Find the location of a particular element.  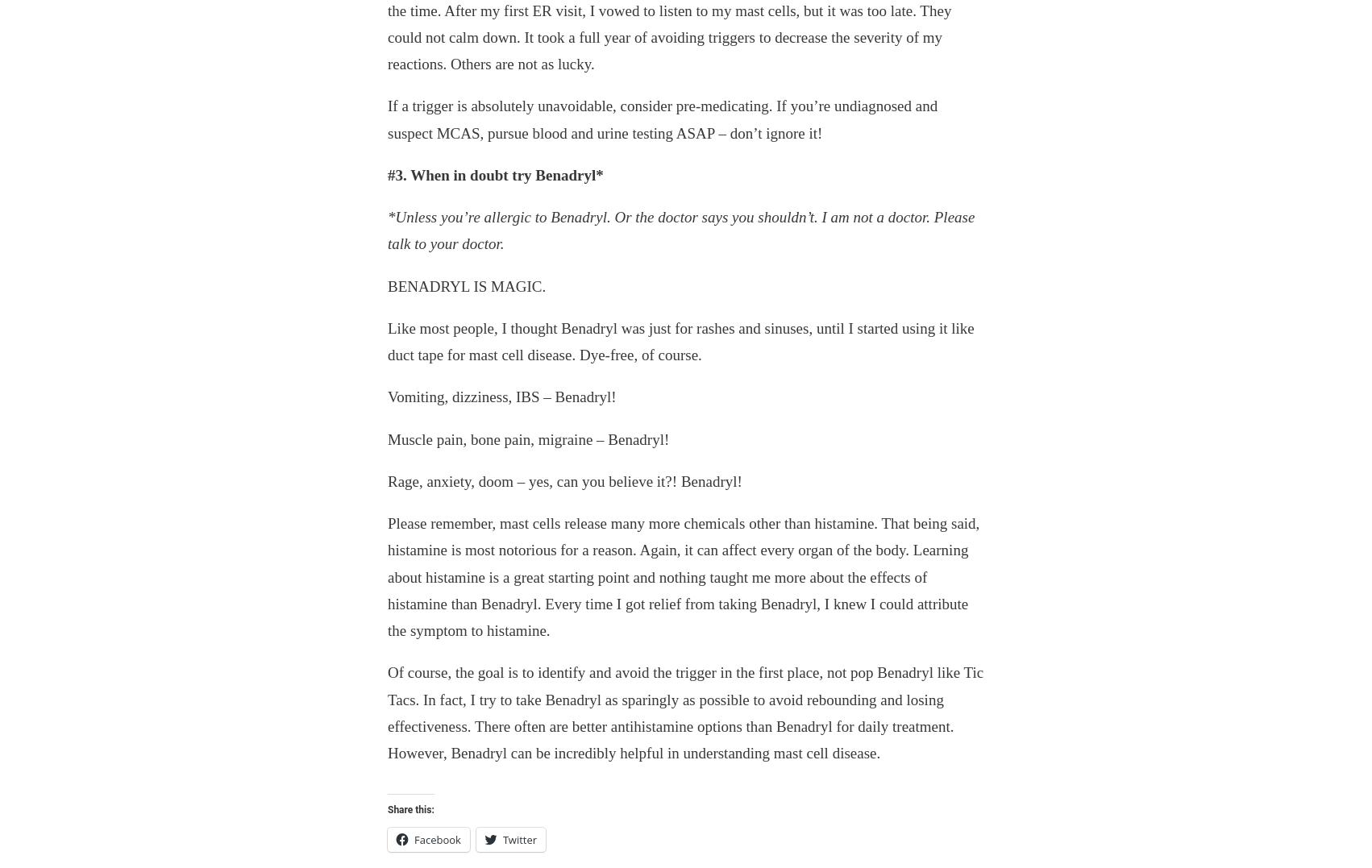

'*Unless you’re allergic to Benadryl. Or the doctor says you shouldn’t. I am not a doctor. Please talk to your doctor.' is located at coordinates (680, 230).